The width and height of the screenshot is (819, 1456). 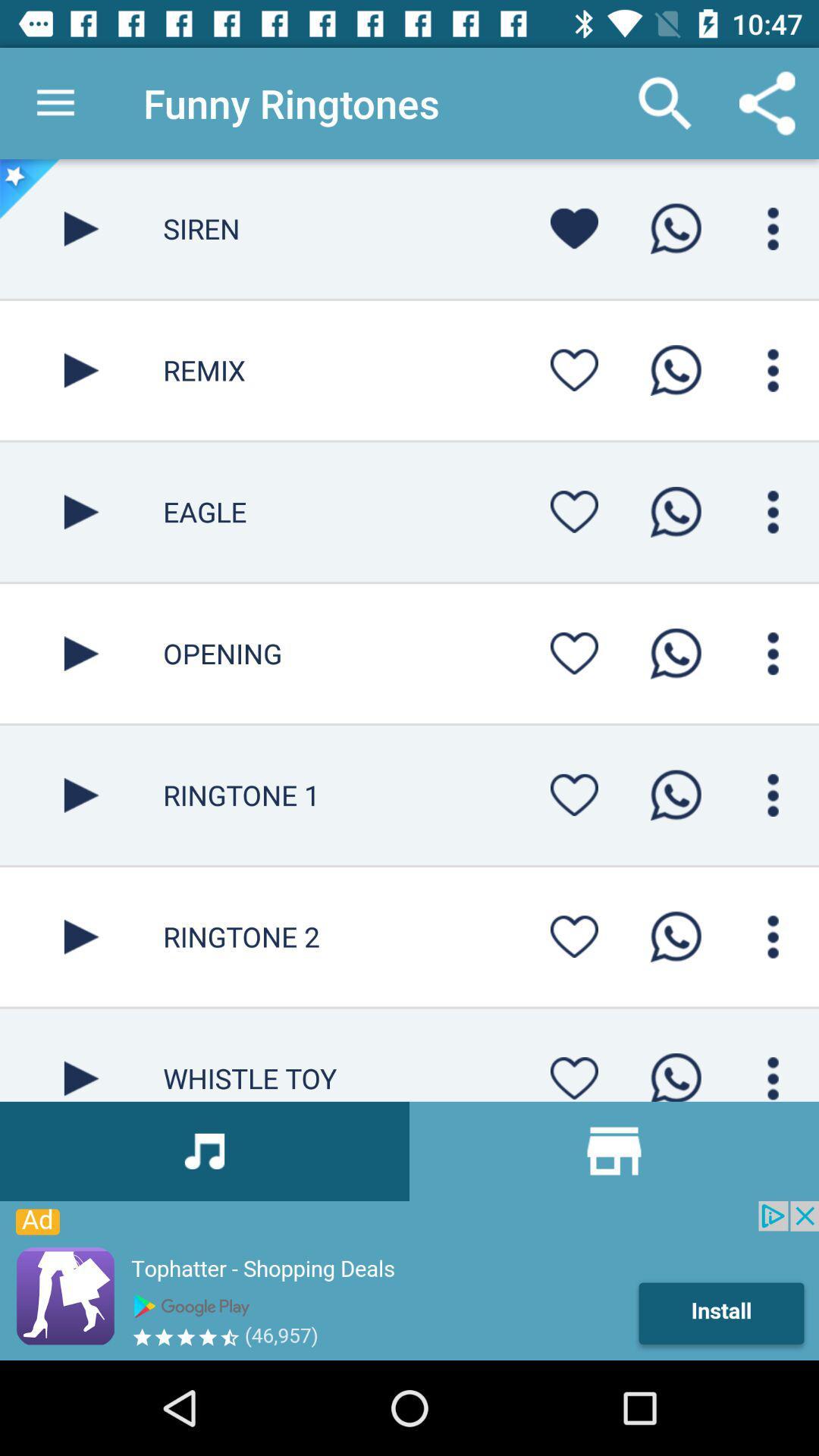 I want to click on song, so click(x=81, y=1054).